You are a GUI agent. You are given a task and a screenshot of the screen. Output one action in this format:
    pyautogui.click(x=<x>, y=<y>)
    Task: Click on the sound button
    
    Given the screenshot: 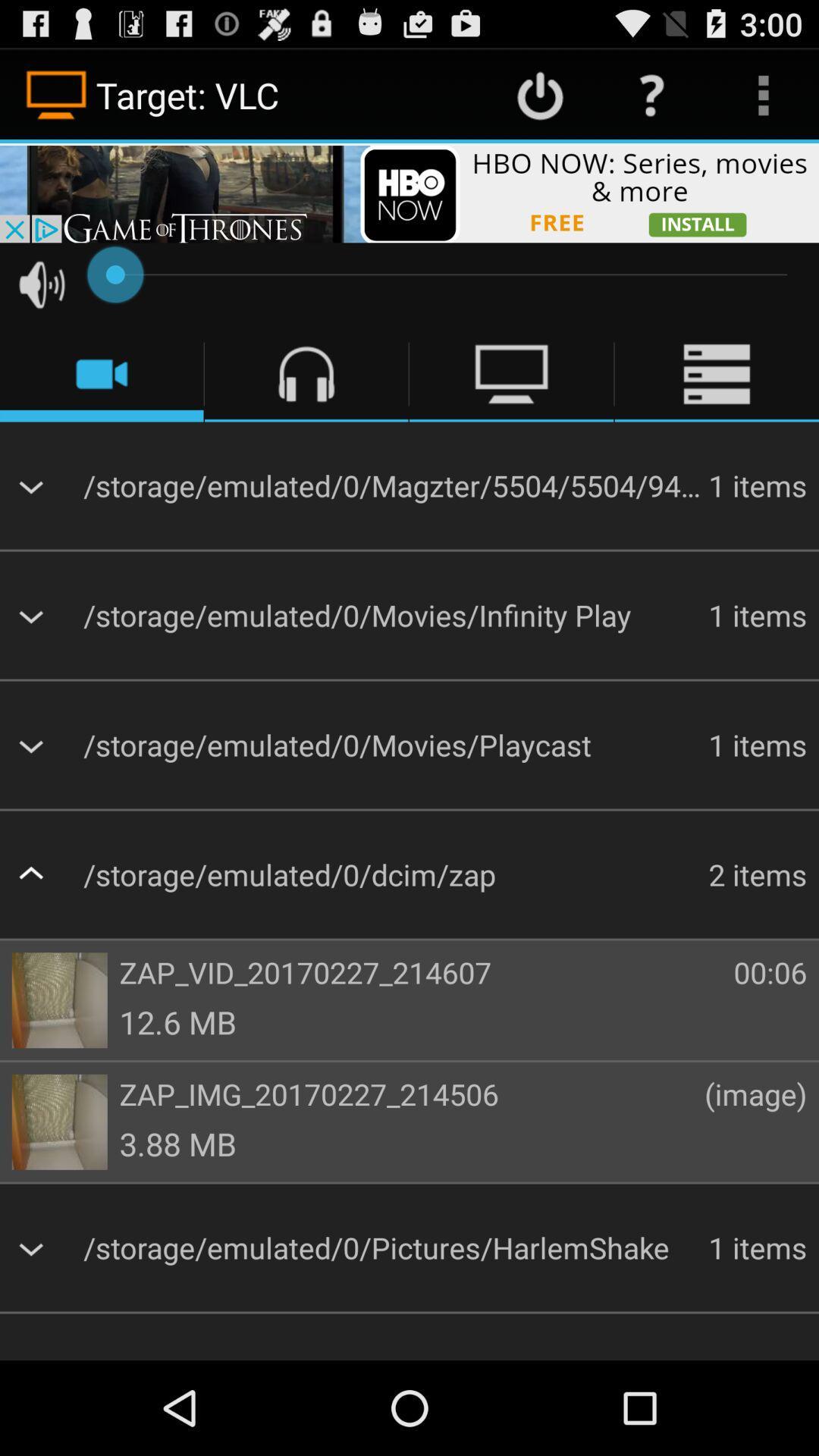 What is the action you would take?
    pyautogui.click(x=41, y=284)
    